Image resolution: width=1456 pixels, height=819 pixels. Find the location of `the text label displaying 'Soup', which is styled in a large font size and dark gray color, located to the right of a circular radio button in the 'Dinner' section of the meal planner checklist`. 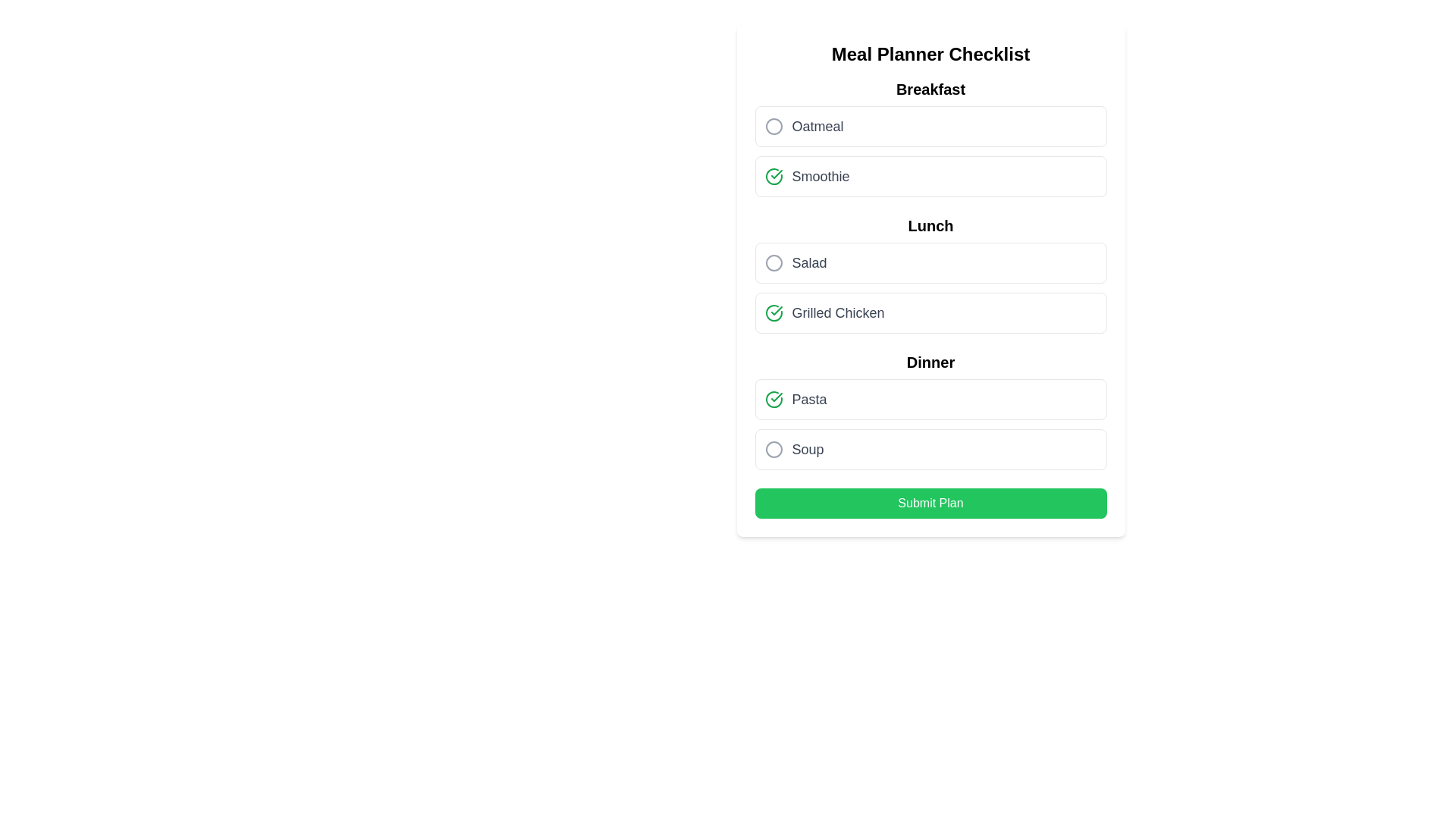

the text label displaying 'Soup', which is styled in a large font size and dark gray color, located to the right of a circular radio button in the 'Dinner' section of the meal planner checklist is located at coordinates (807, 449).